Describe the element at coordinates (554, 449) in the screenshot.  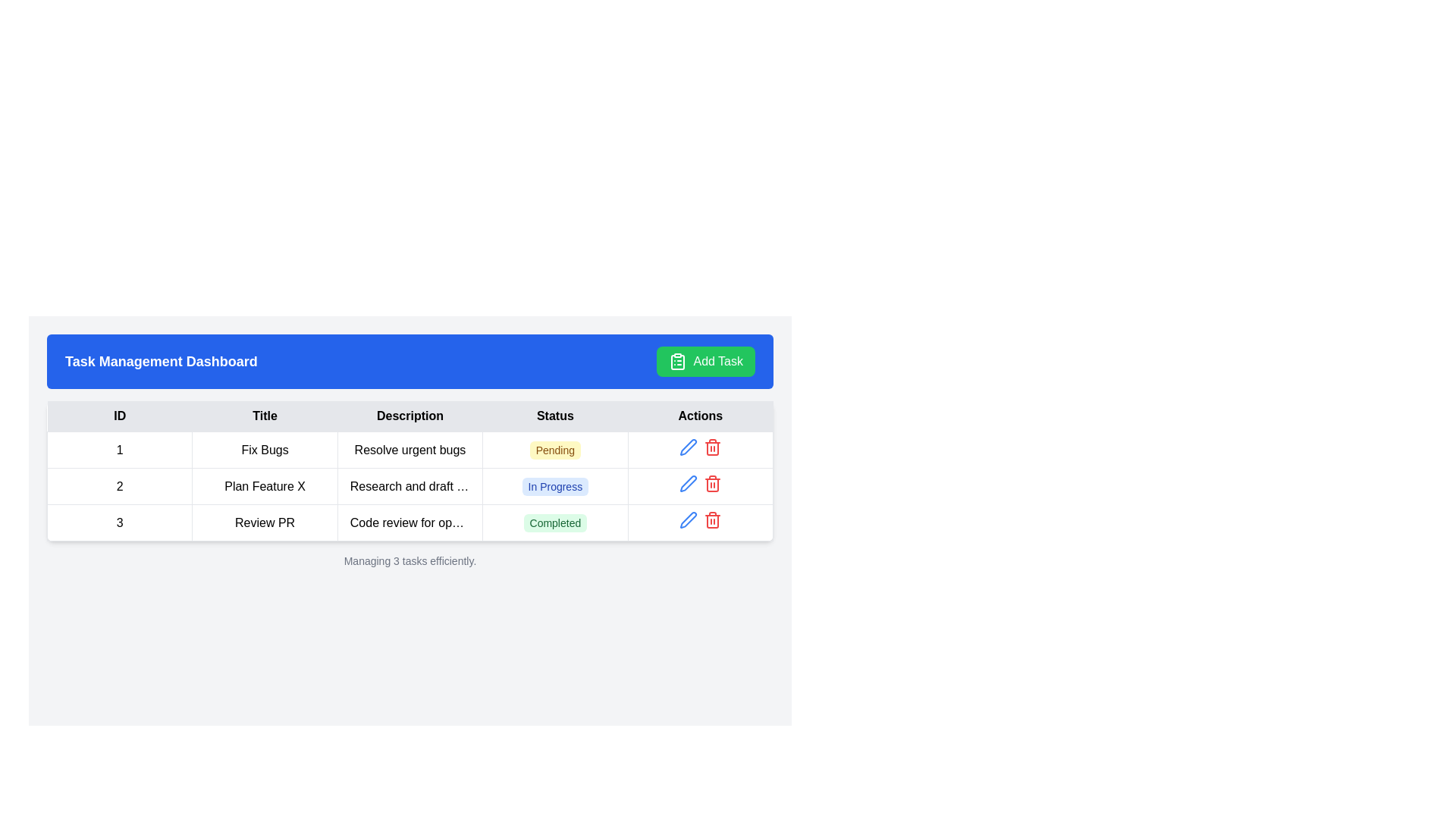
I see `status indicated by the Text Label in the 'Status' column of the table row labeled with ID '1', which currently shows 'Pending'` at that location.